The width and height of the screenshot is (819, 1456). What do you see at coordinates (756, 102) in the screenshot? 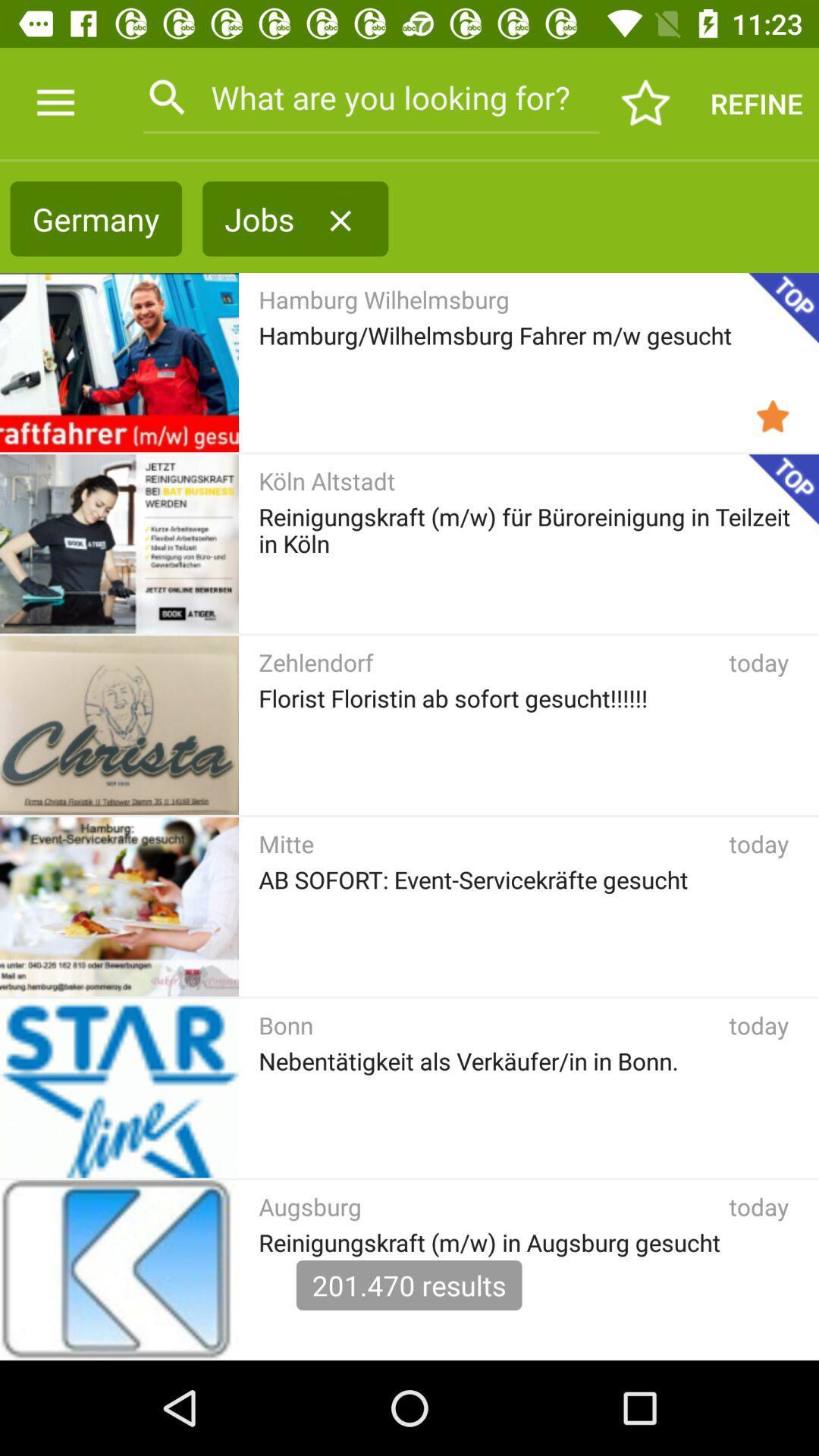
I see `the refine item` at bounding box center [756, 102].